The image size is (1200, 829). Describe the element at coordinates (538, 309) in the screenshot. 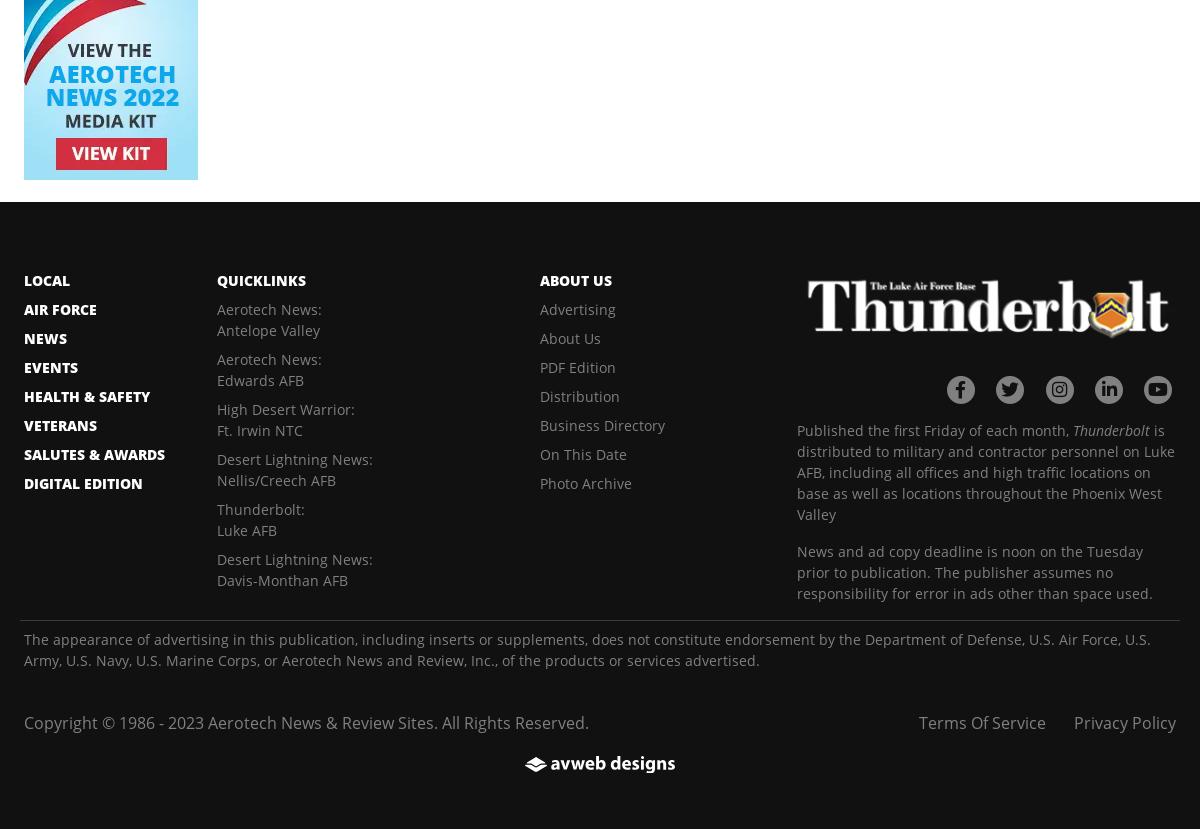

I see `'Advertising'` at that location.